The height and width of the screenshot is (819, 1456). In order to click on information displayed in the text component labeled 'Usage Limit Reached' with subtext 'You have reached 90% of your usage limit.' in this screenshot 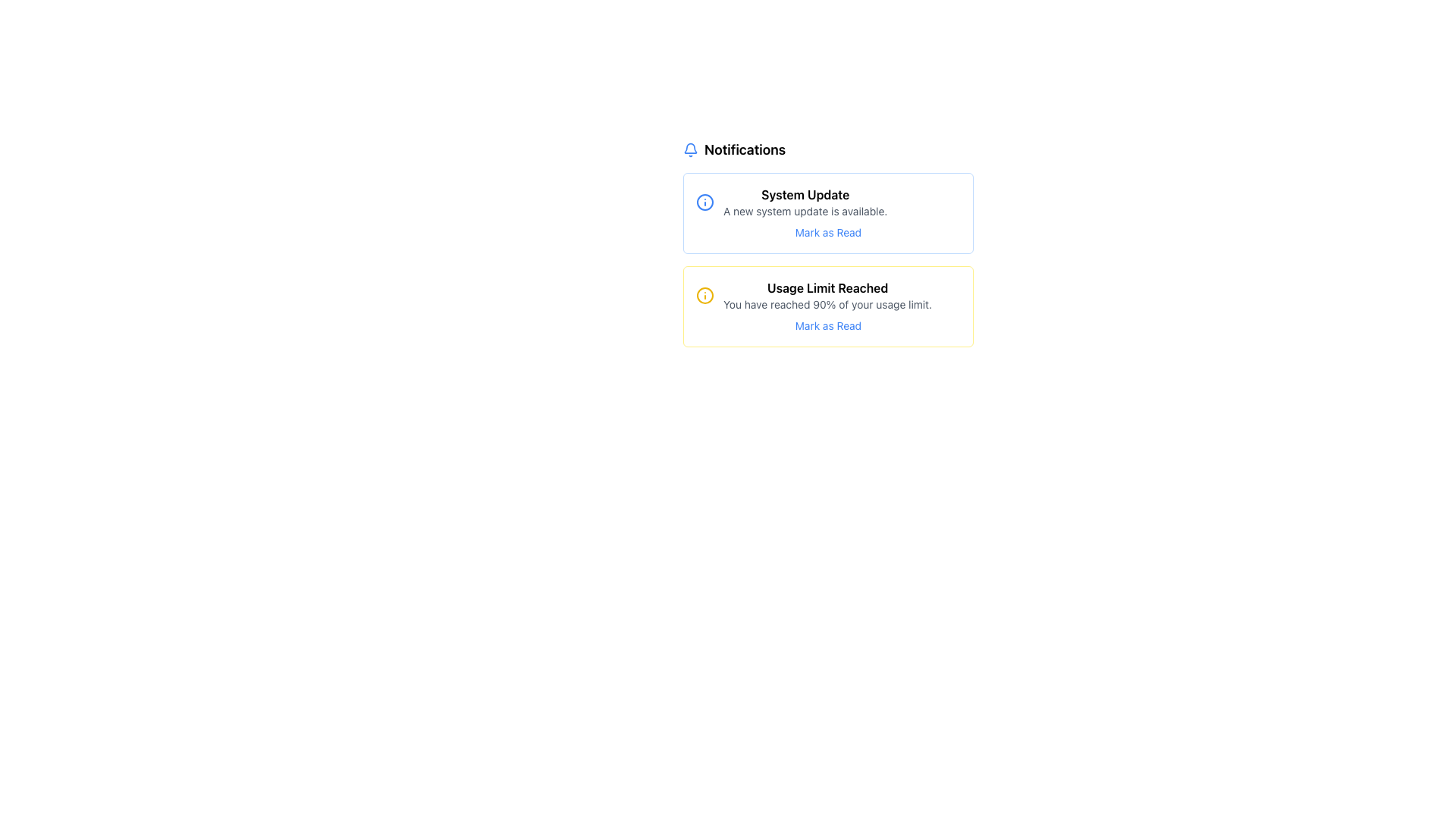, I will do `click(827, 295)`.